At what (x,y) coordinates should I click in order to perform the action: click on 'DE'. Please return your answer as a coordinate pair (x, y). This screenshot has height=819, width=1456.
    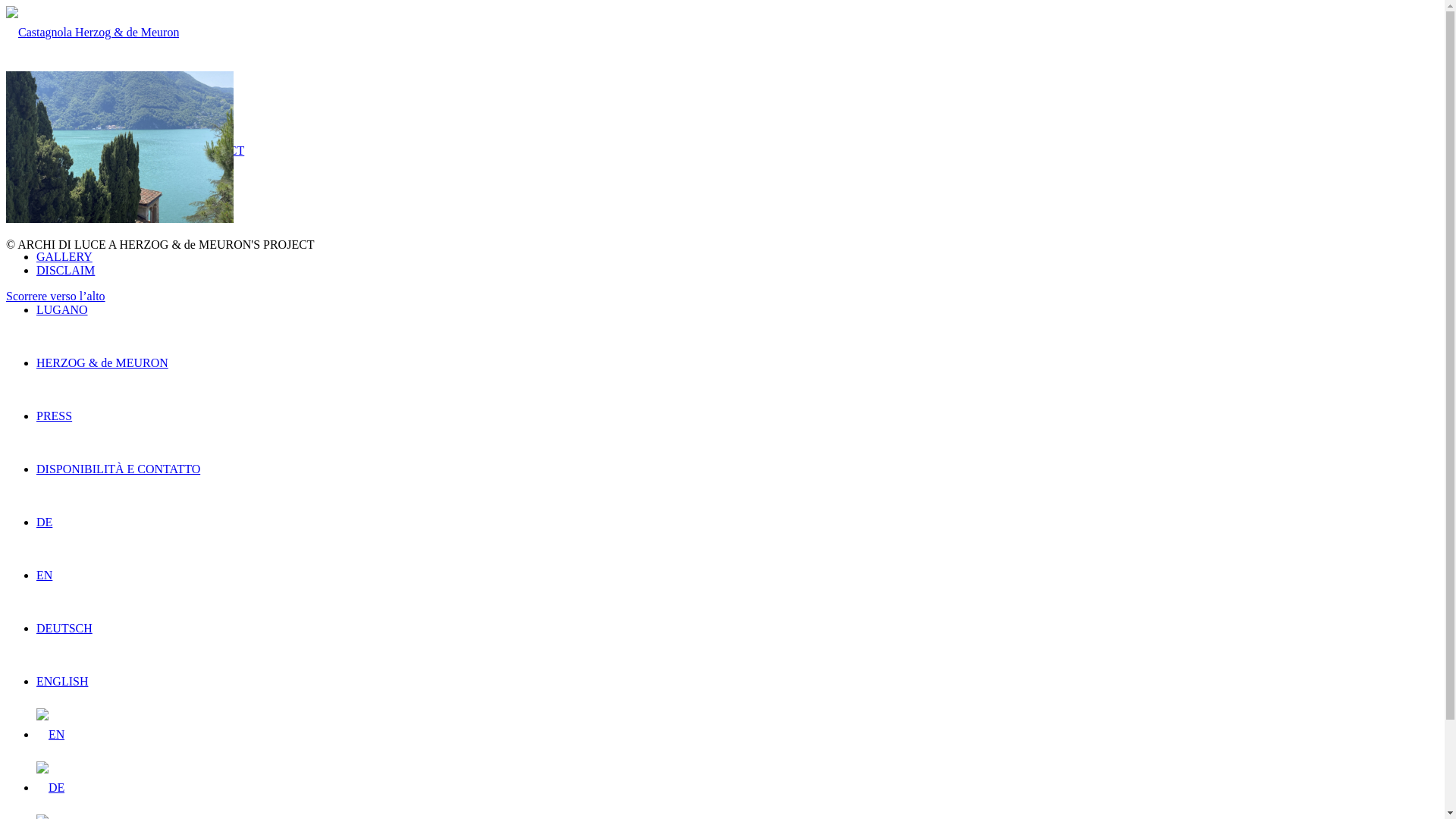
    Looking at the image, I should click on (44, 521).